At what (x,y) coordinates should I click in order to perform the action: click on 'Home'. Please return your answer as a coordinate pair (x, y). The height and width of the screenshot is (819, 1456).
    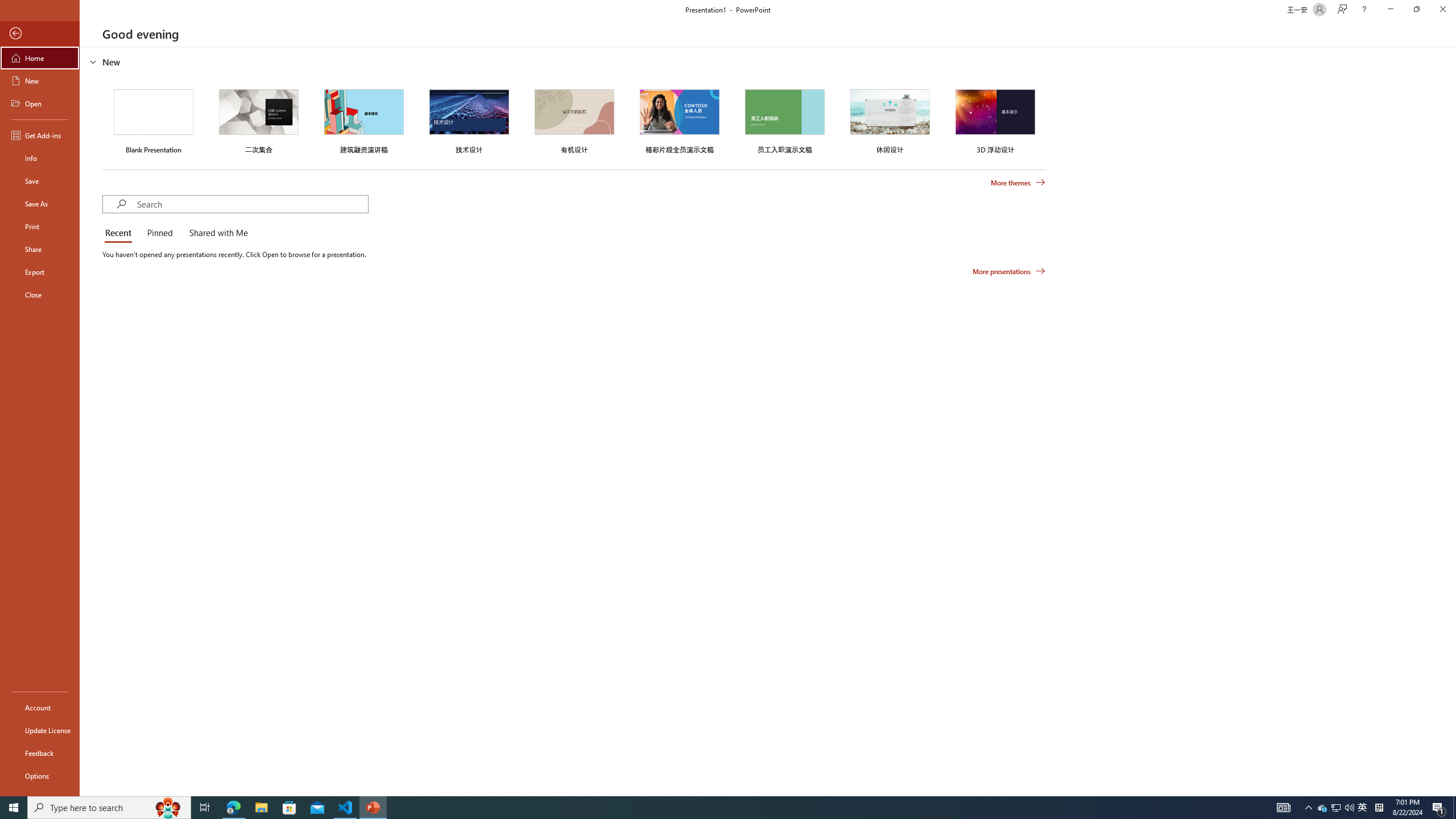
    Looking at the image, I should click on (39, 58).